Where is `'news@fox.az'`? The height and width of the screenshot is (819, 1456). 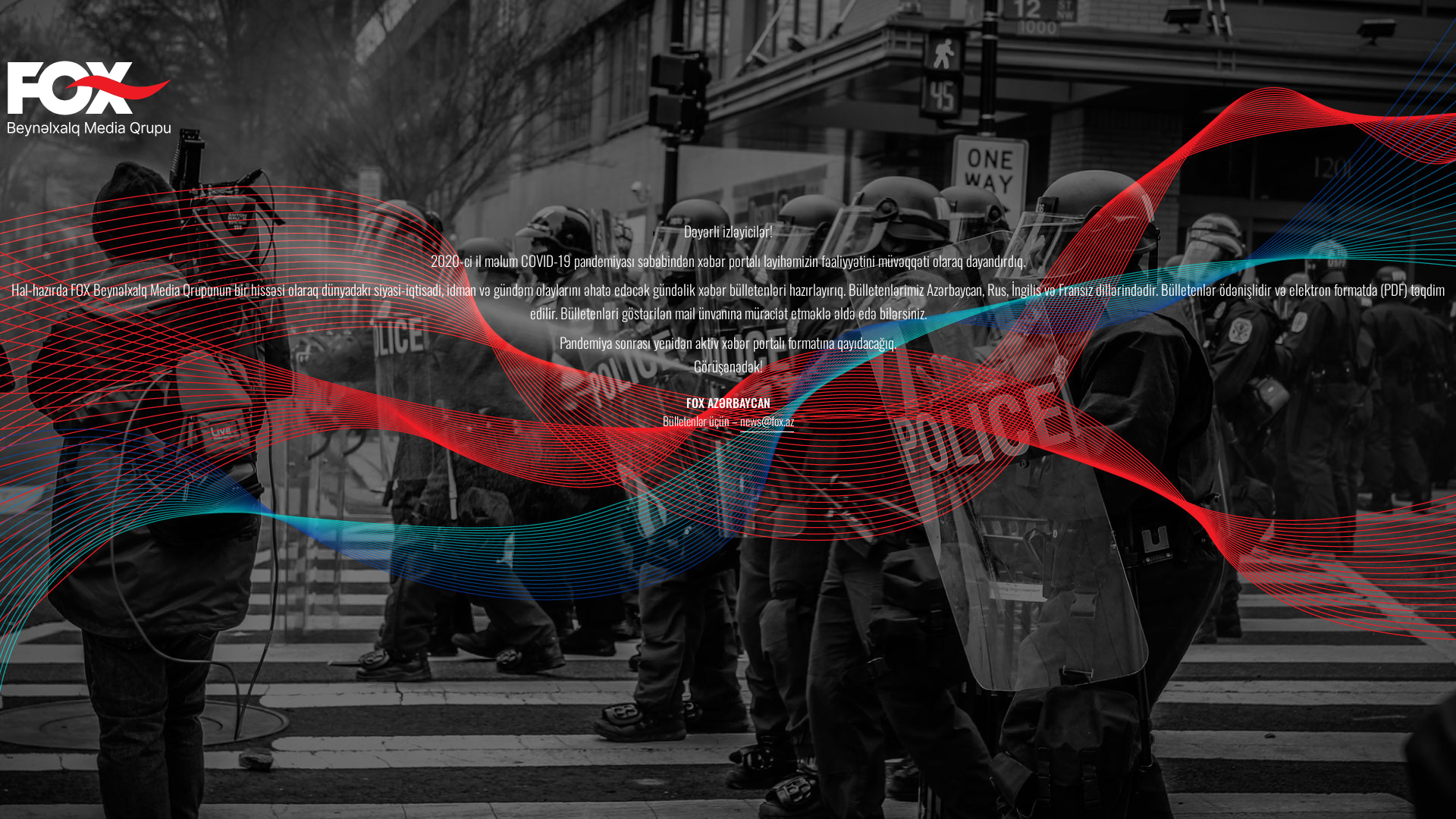 'news@fox.az' is located at coordinates (739, 422).